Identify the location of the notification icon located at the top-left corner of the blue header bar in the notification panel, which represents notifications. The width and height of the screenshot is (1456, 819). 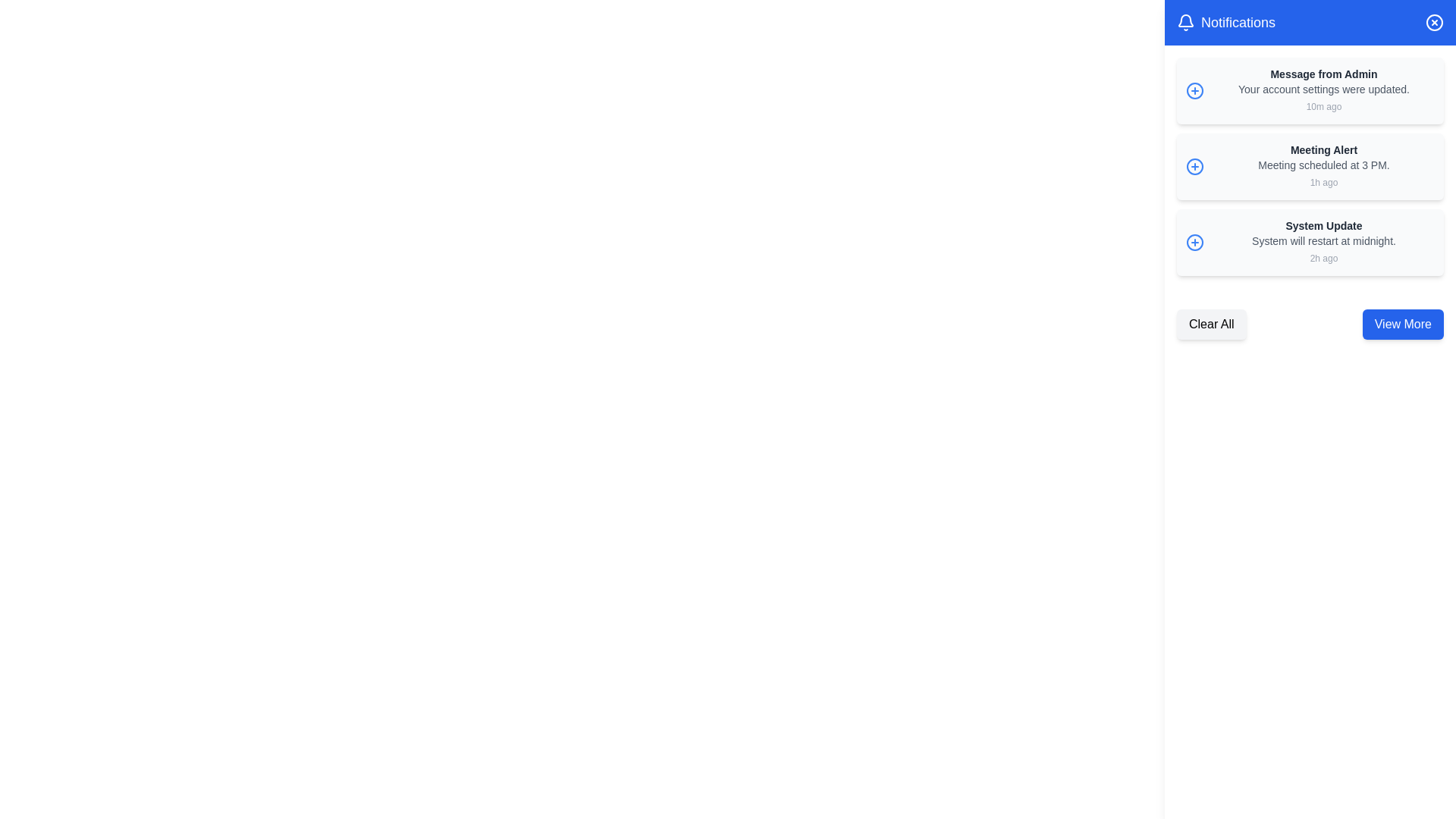
(1185, 23).